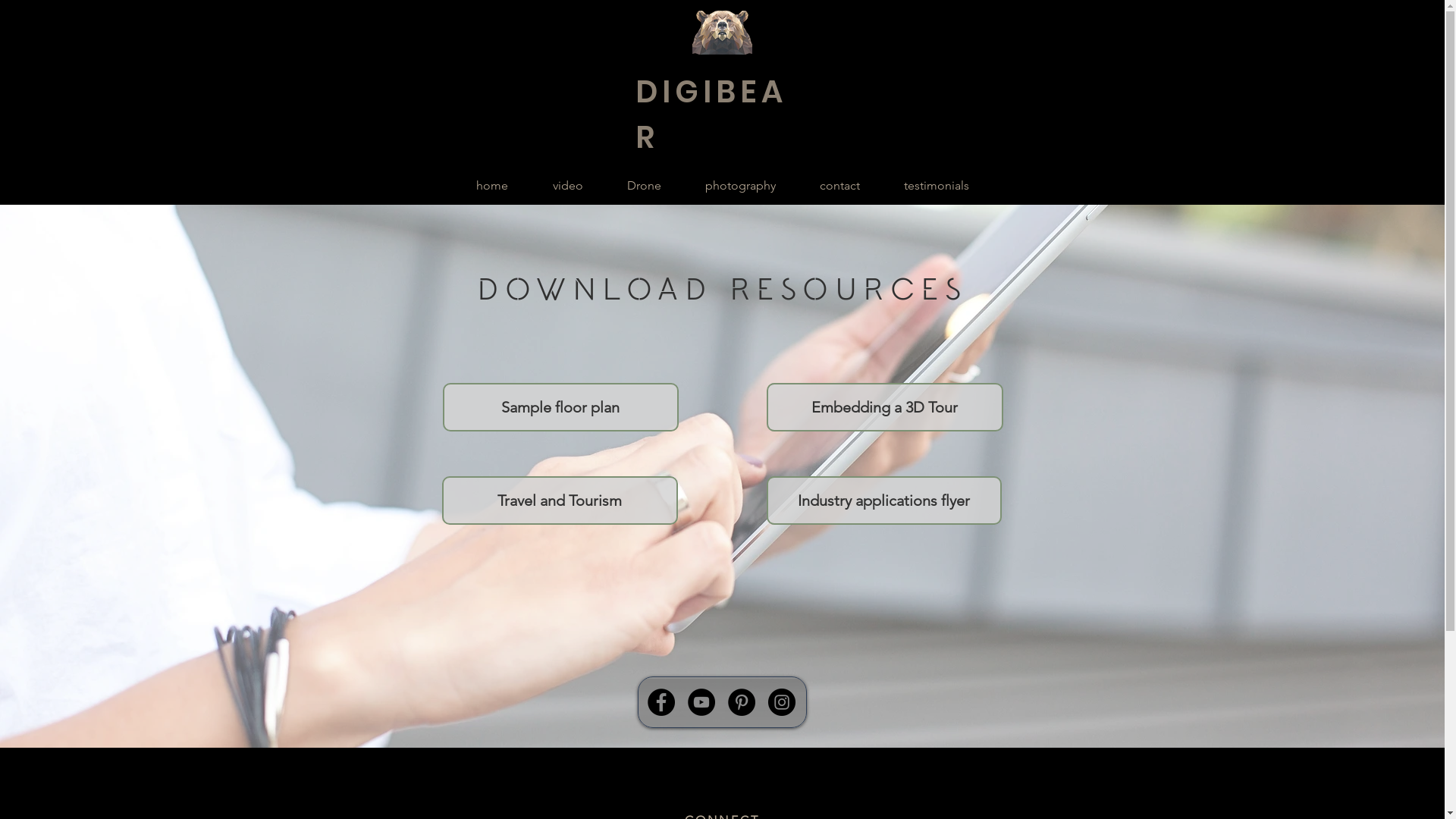  Describe the element at coordinates (560, 406) in the screenshot. I see `'Sample floor plan'` at that location.